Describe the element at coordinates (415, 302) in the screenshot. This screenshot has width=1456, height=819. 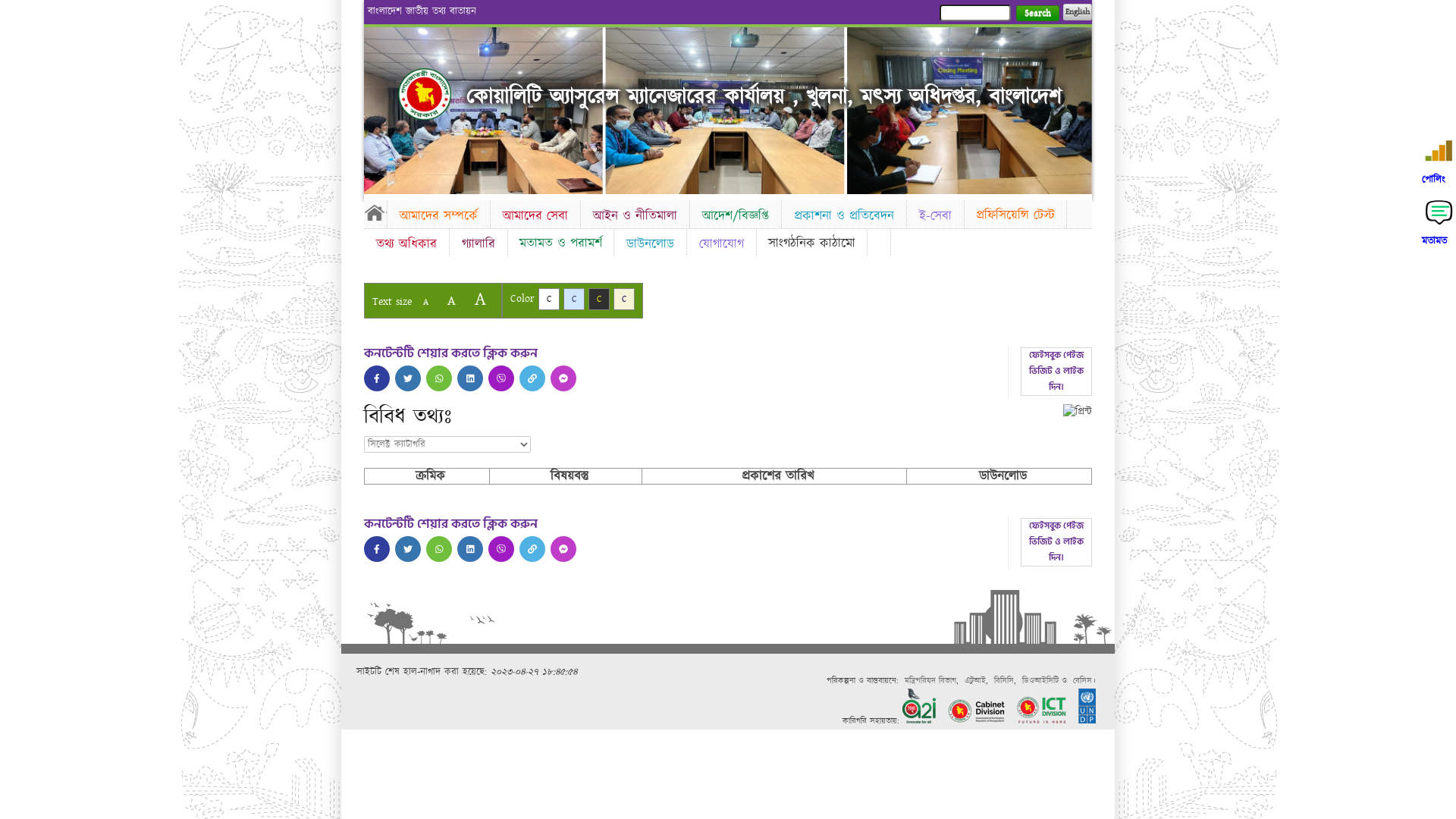
I see `'A'` at that location.